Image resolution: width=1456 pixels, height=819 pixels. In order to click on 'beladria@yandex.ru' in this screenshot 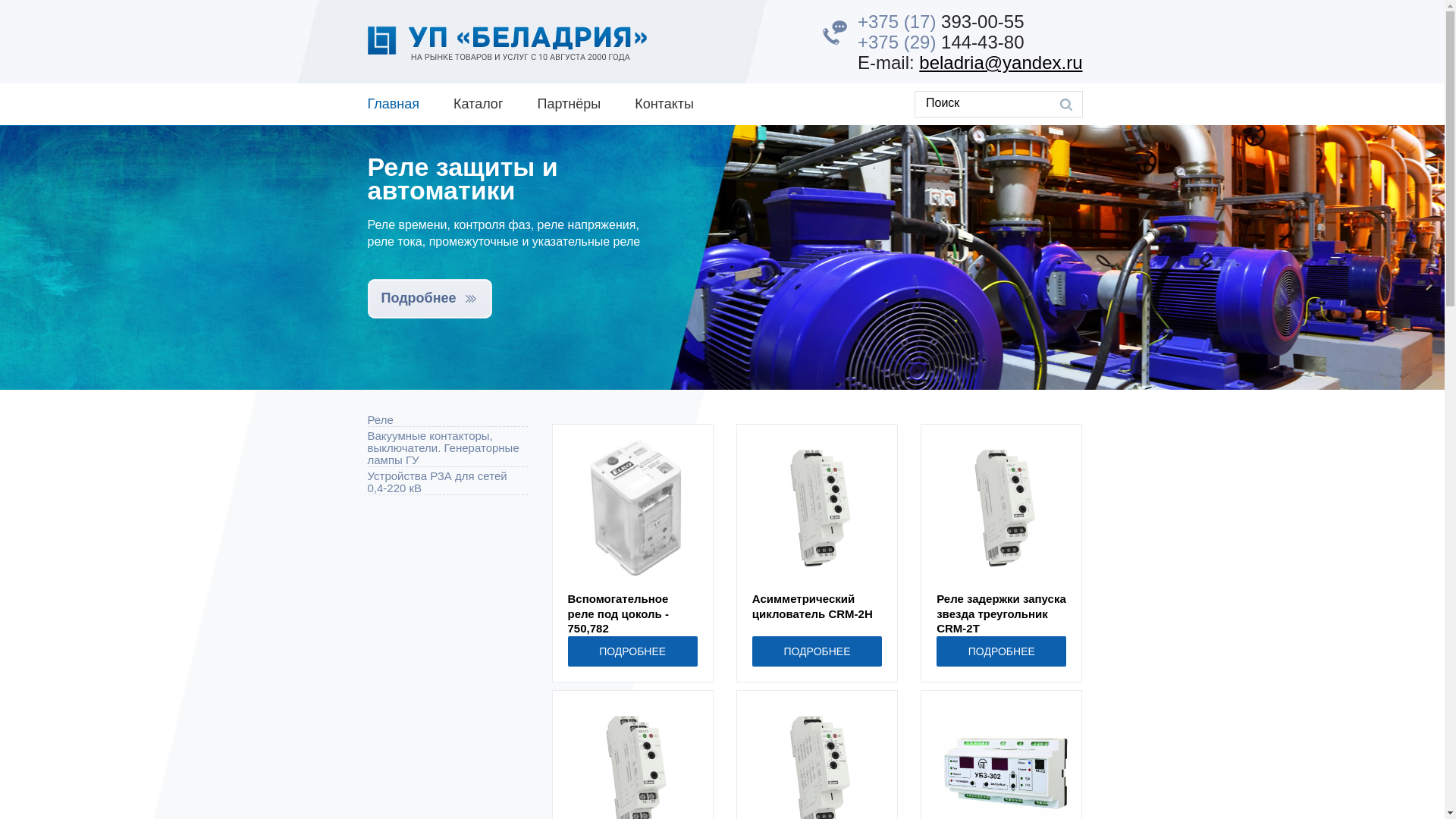, I will do `click(1000, 61)`.